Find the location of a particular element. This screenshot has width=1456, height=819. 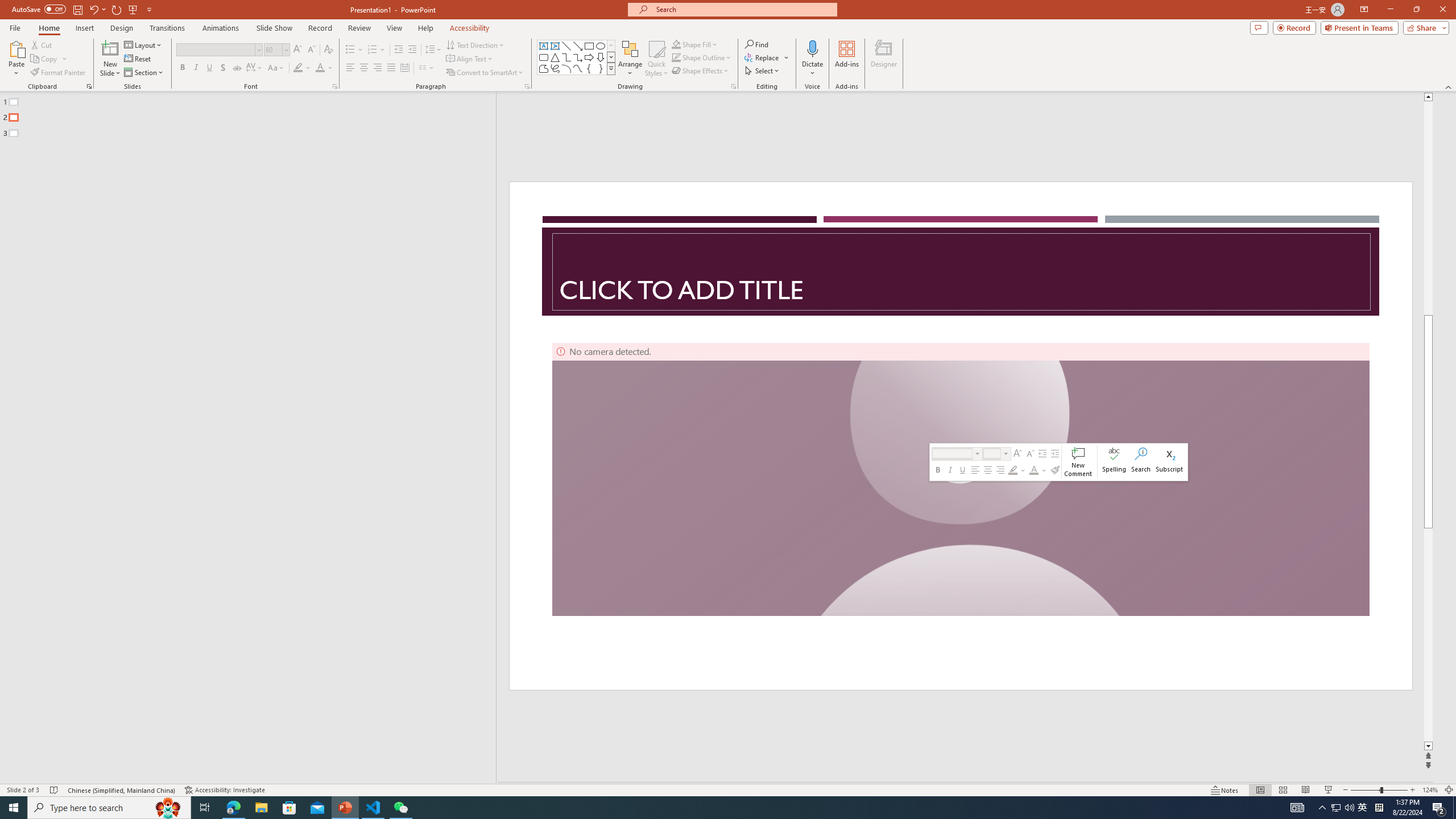

'Font' is located at coordinates (215, 49).